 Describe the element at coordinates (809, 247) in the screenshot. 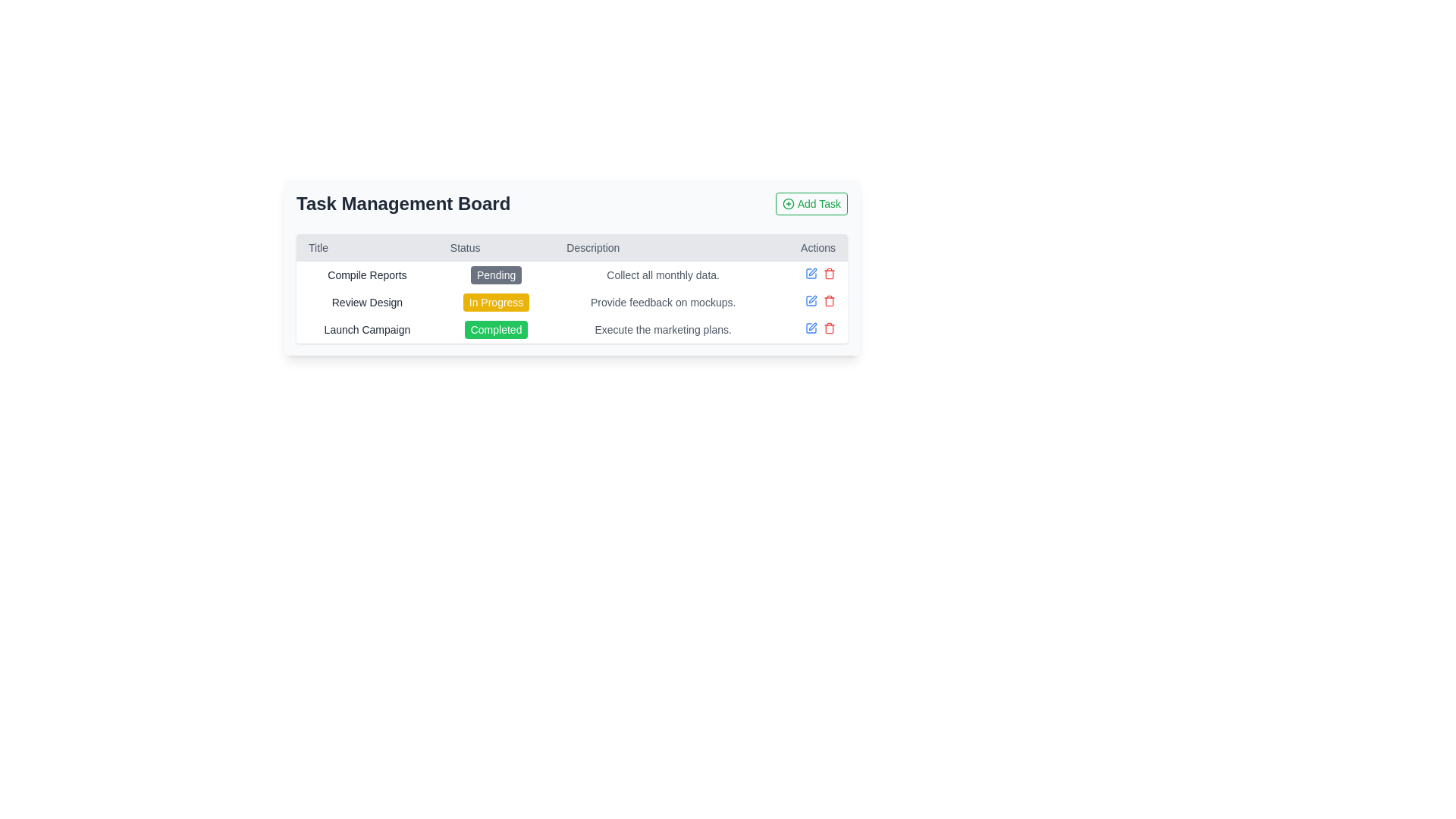

I see `the text label displaying 'Actions', which is right-aligned in the header row of the Task Management Board table` at that location.